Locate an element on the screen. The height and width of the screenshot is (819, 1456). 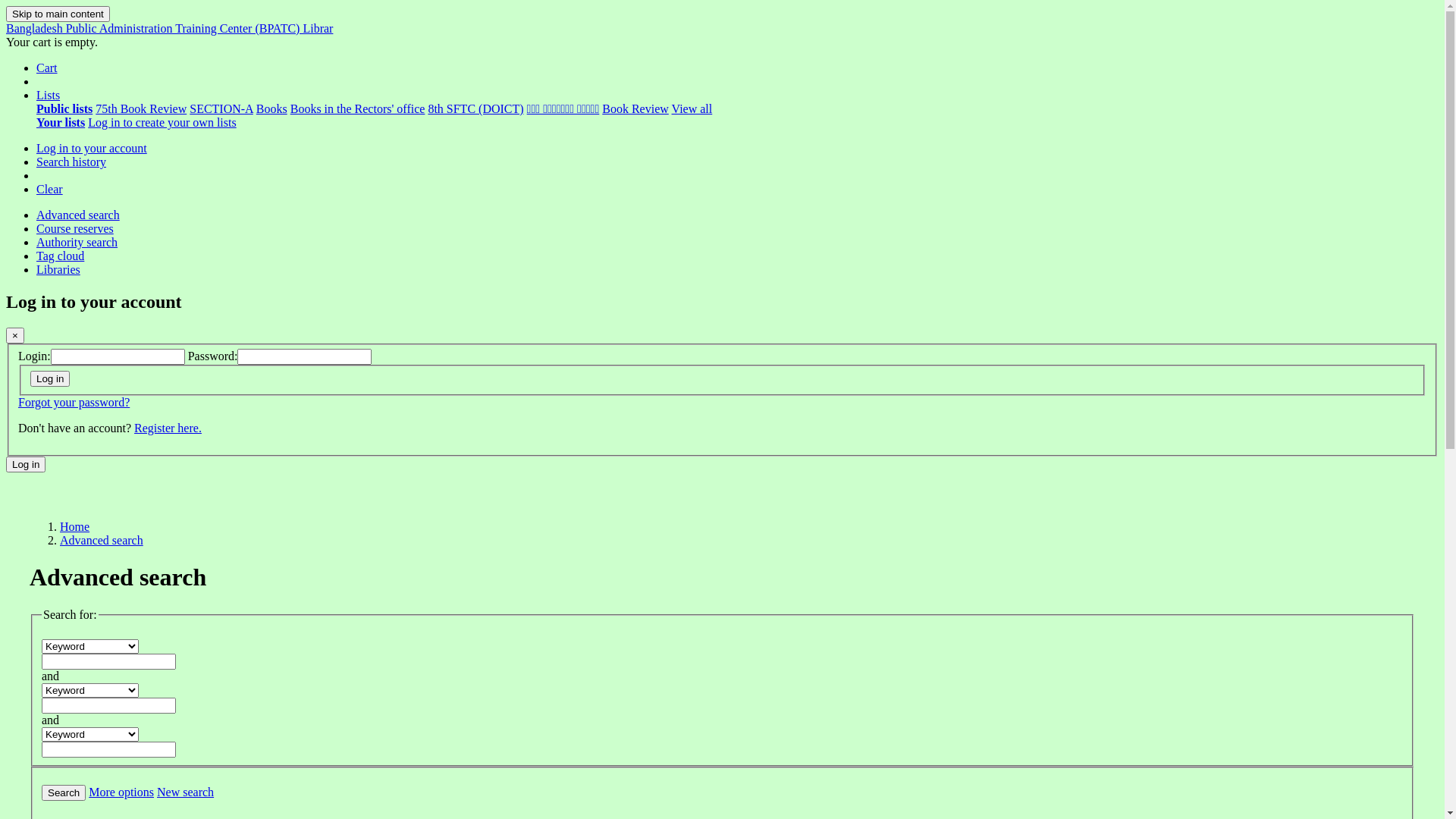
'Books' is located at coordinates (271, 108).